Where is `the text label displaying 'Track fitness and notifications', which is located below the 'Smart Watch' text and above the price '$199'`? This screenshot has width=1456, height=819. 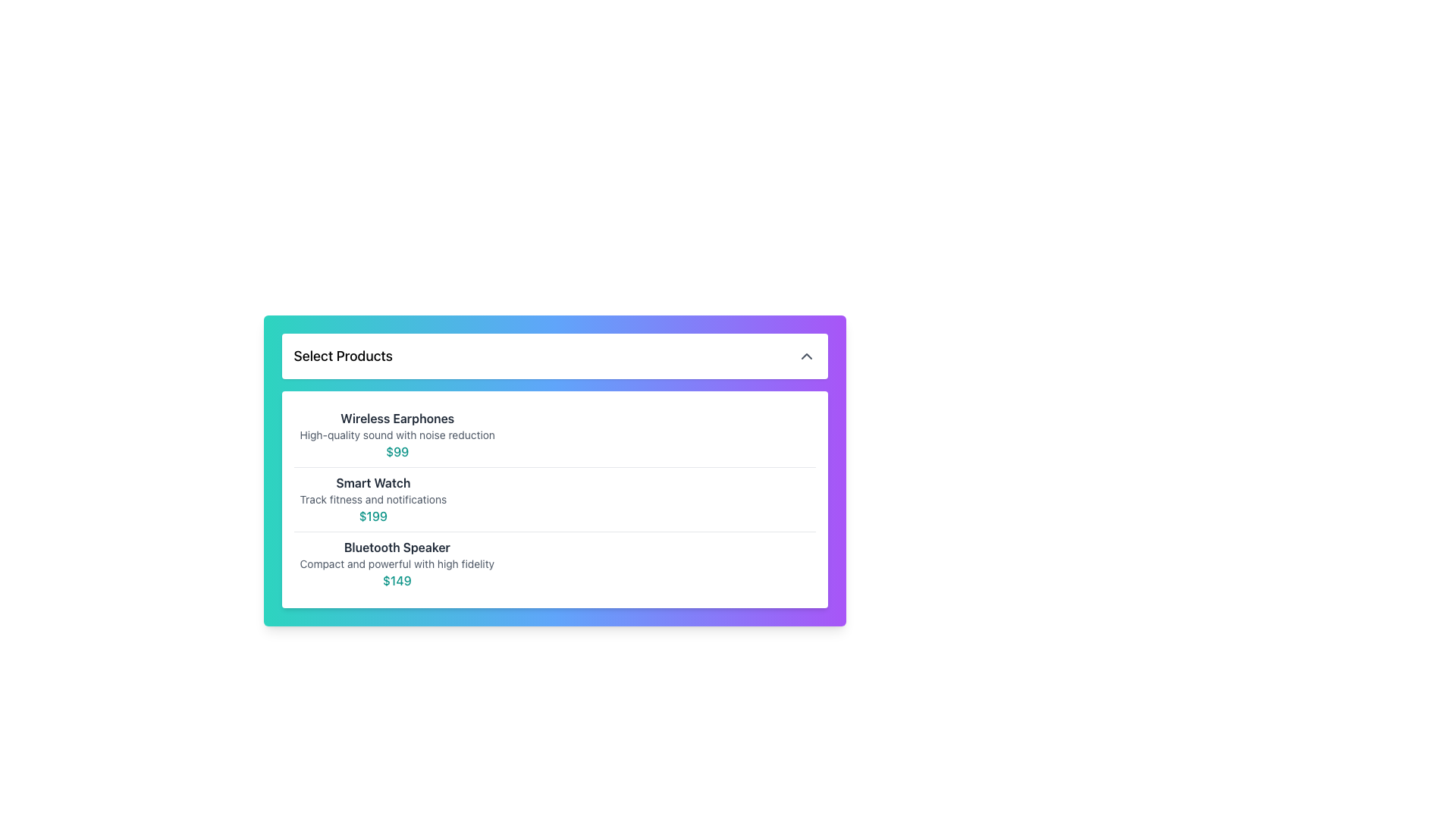
the text label displaying 'Track fitness and notifications', which is located below the 'Smart Watch' text and above the price '$199' is located at coordinates (373, 500).